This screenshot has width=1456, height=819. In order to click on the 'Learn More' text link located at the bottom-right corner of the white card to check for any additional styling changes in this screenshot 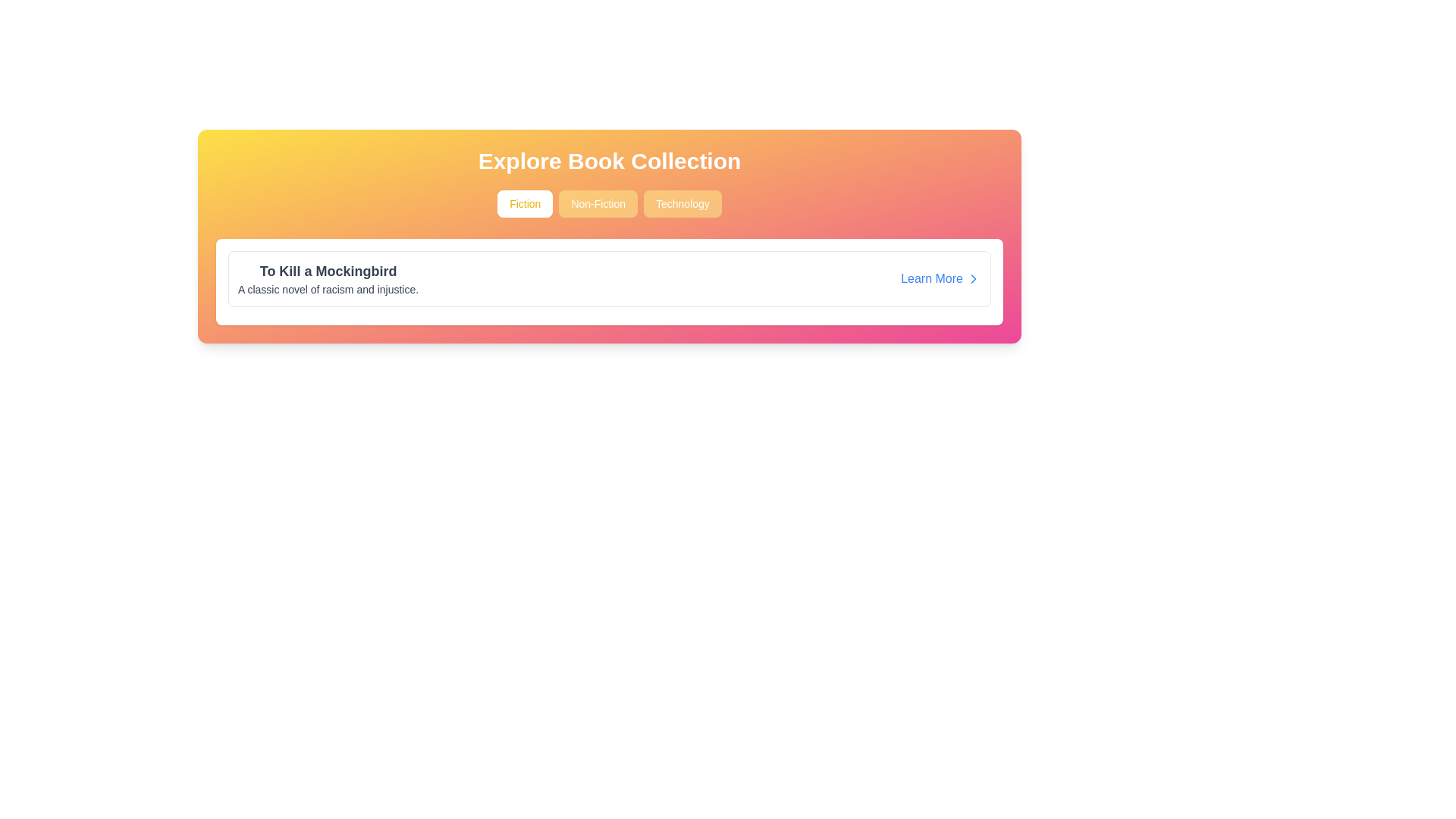, I will do `click(931, 278)`.